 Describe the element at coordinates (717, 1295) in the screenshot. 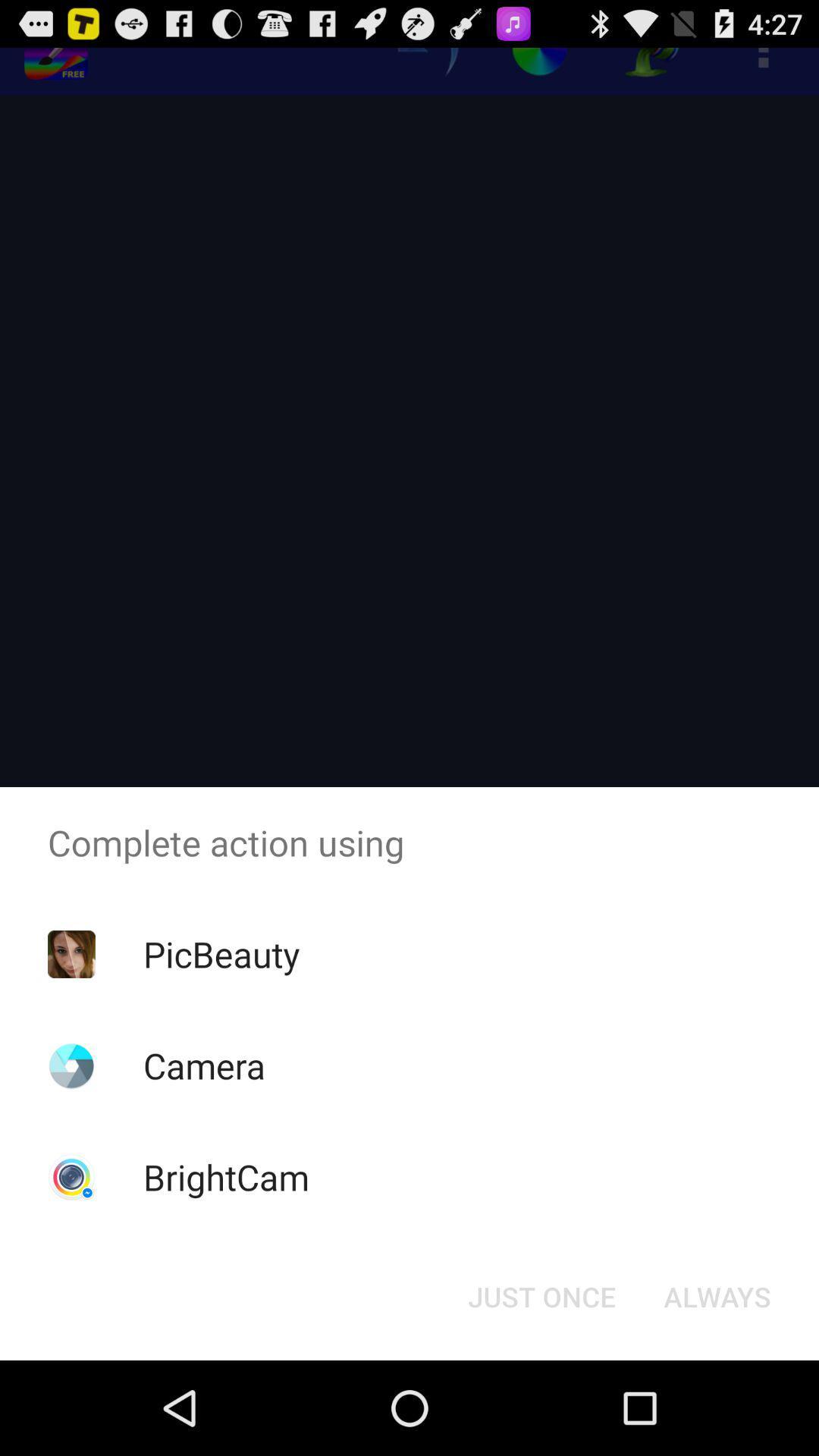

I see `the button next to the just once icon` at that location.